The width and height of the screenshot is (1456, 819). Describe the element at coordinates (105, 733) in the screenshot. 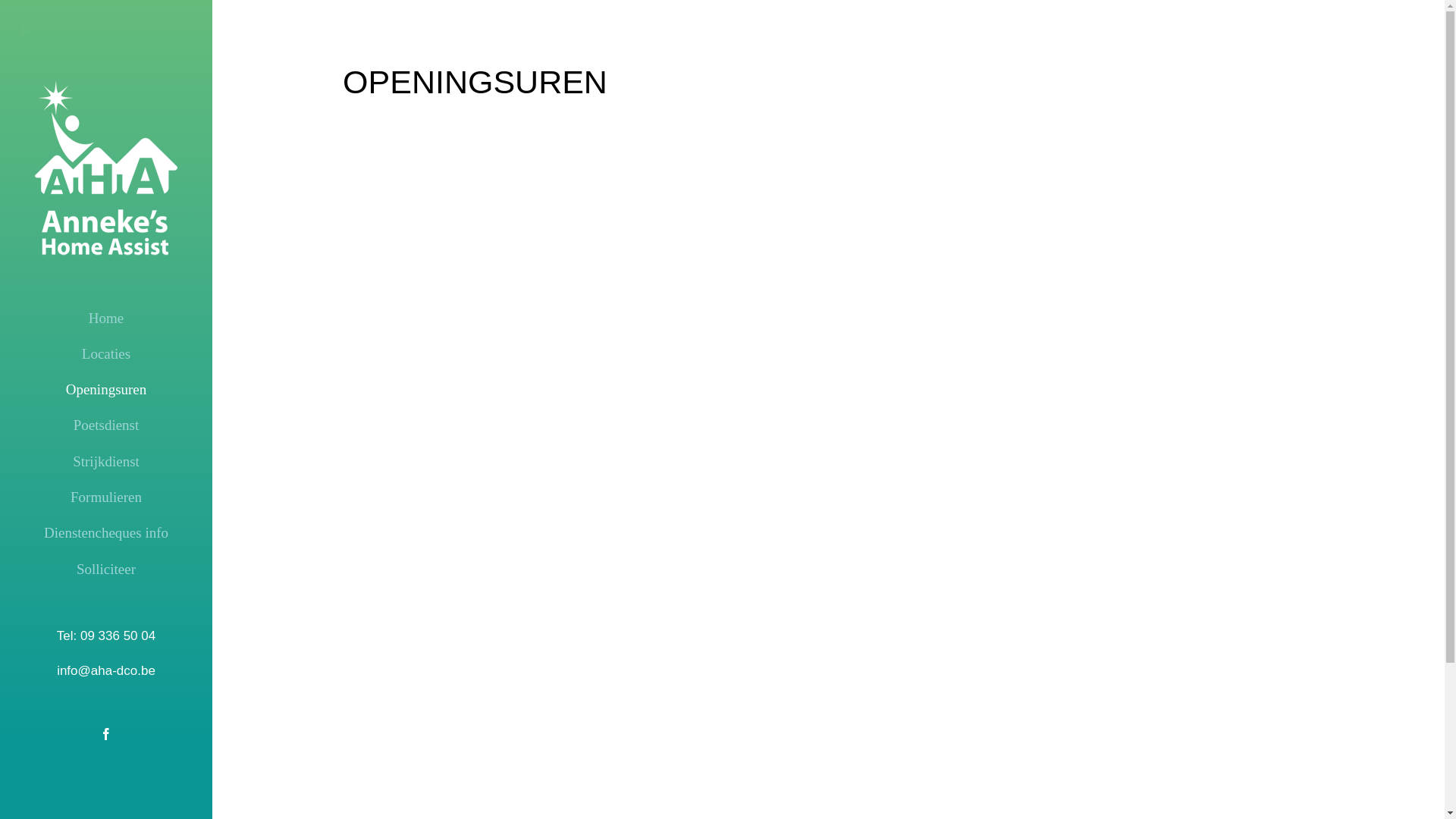

I see `'Facebook'` at that location.